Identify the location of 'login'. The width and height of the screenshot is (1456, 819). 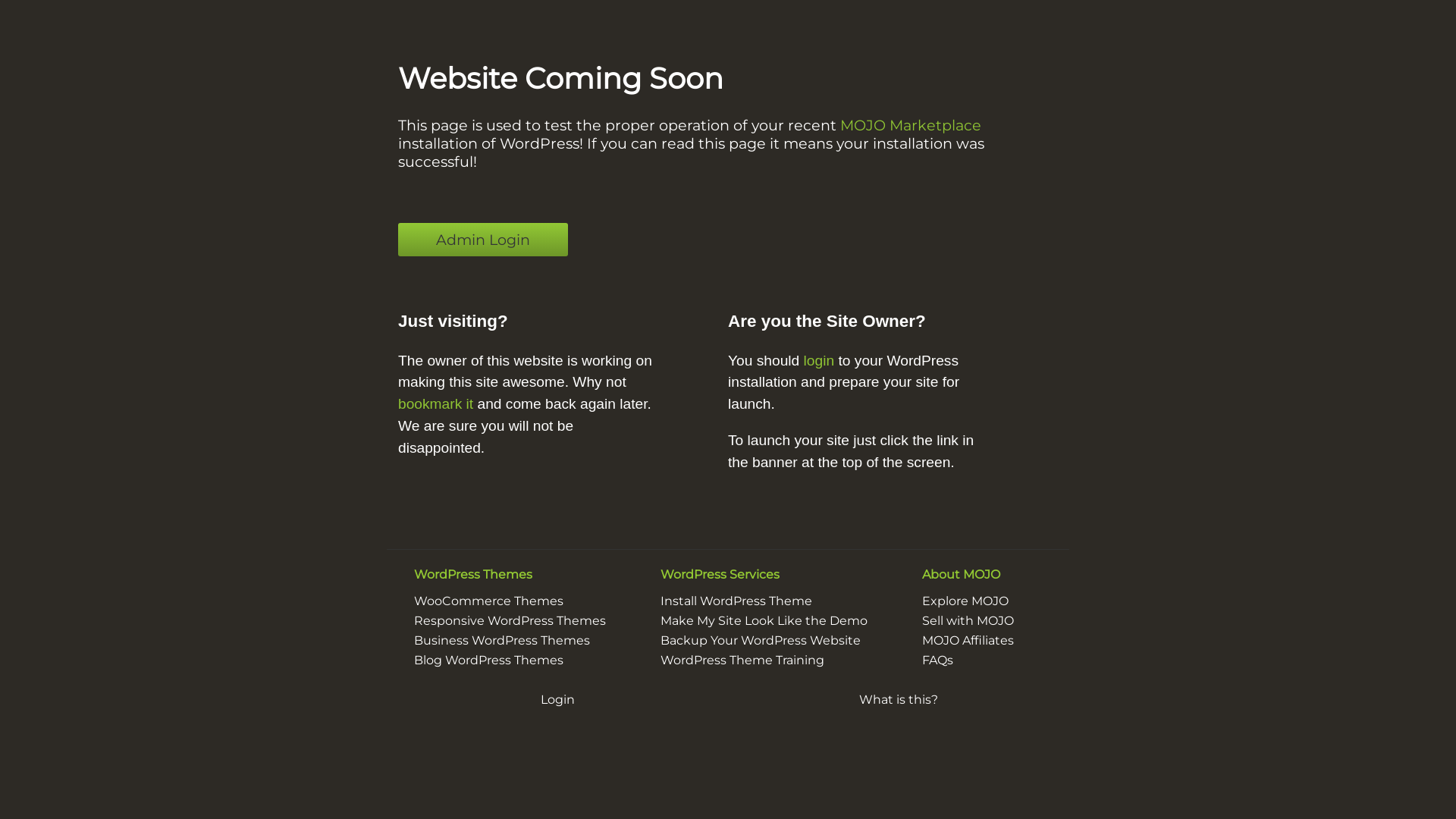
(818, 360).